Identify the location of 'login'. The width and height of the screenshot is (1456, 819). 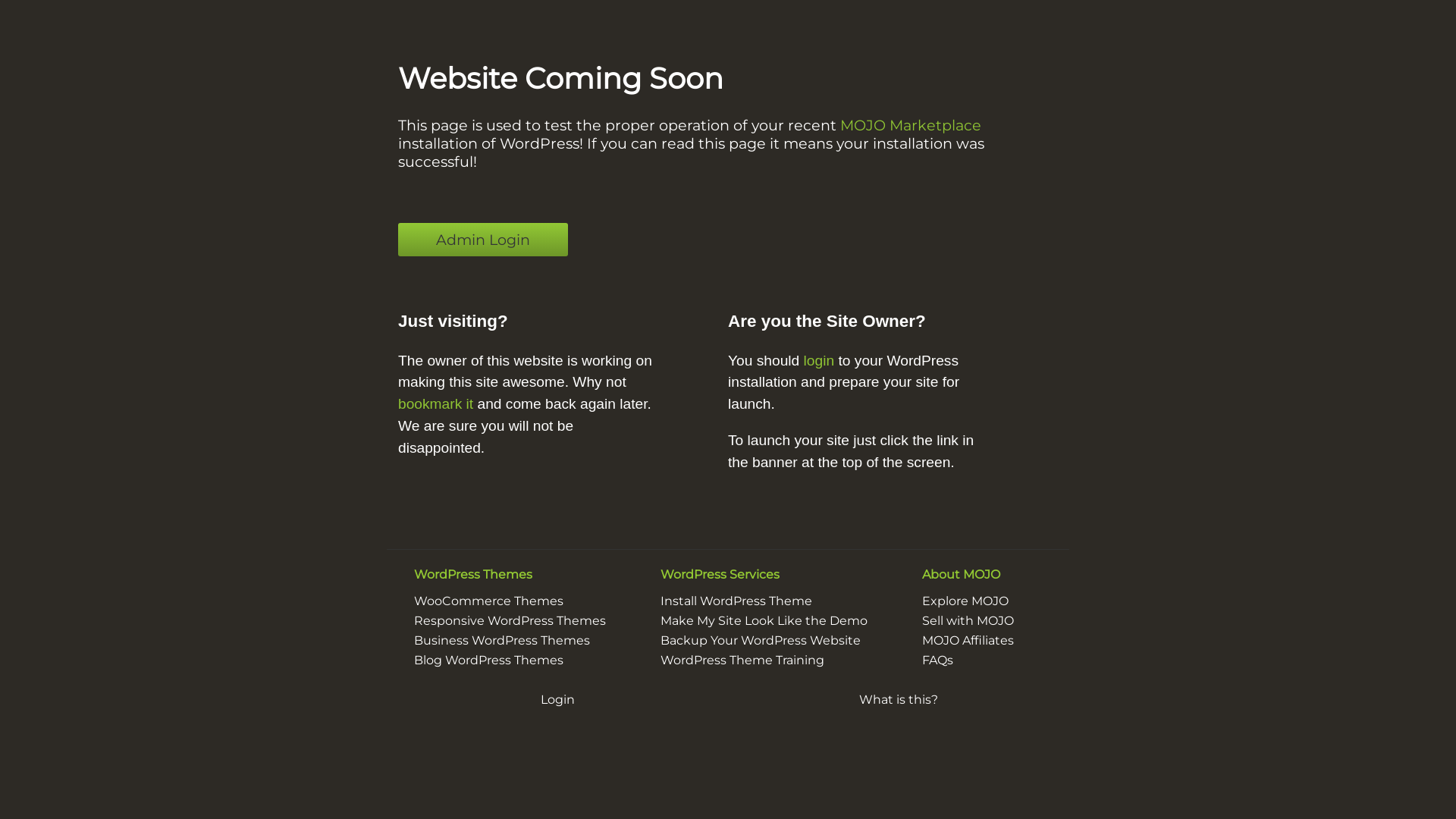
(818, 360).